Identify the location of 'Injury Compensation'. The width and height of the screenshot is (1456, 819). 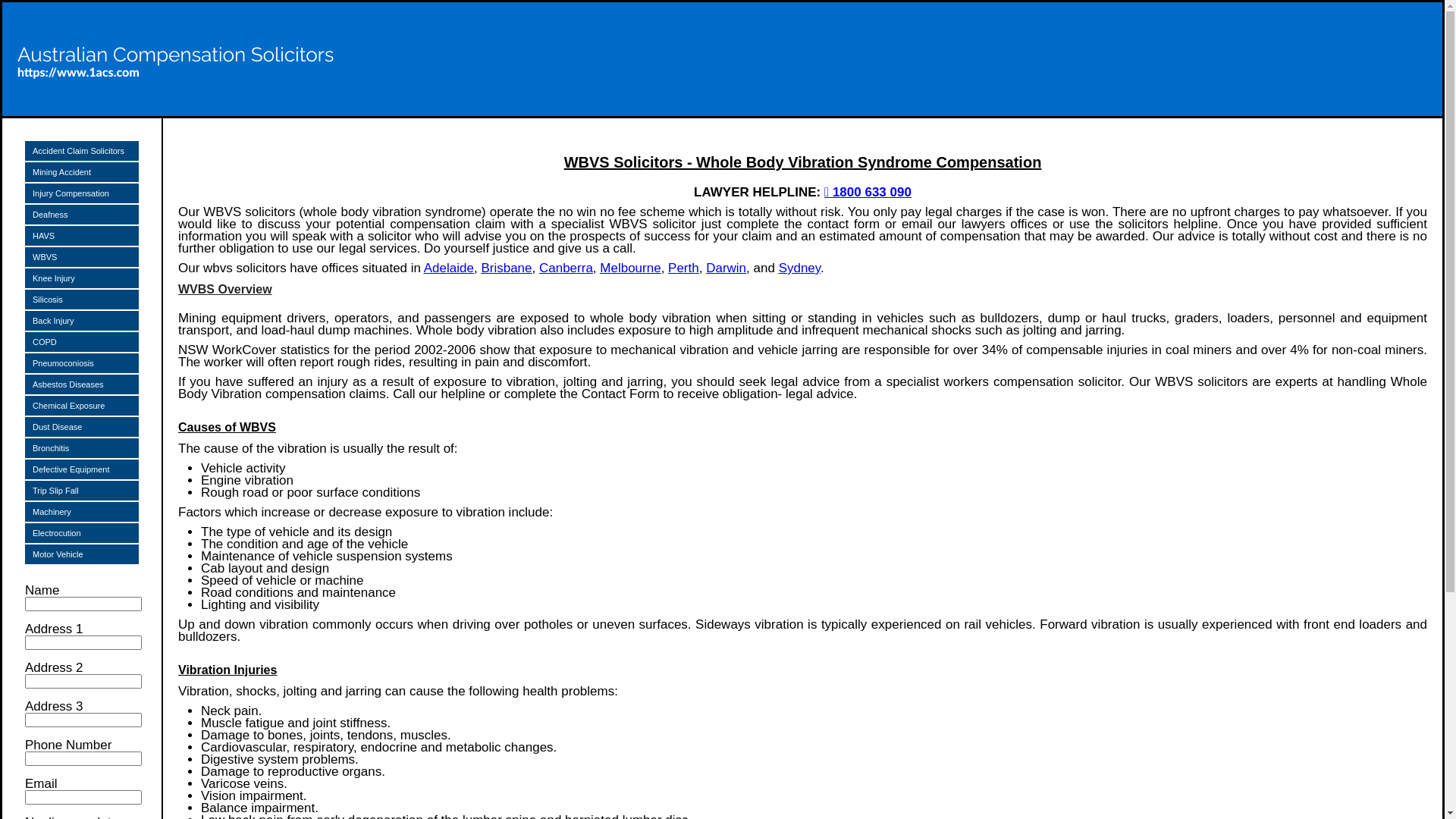
(80, 192).